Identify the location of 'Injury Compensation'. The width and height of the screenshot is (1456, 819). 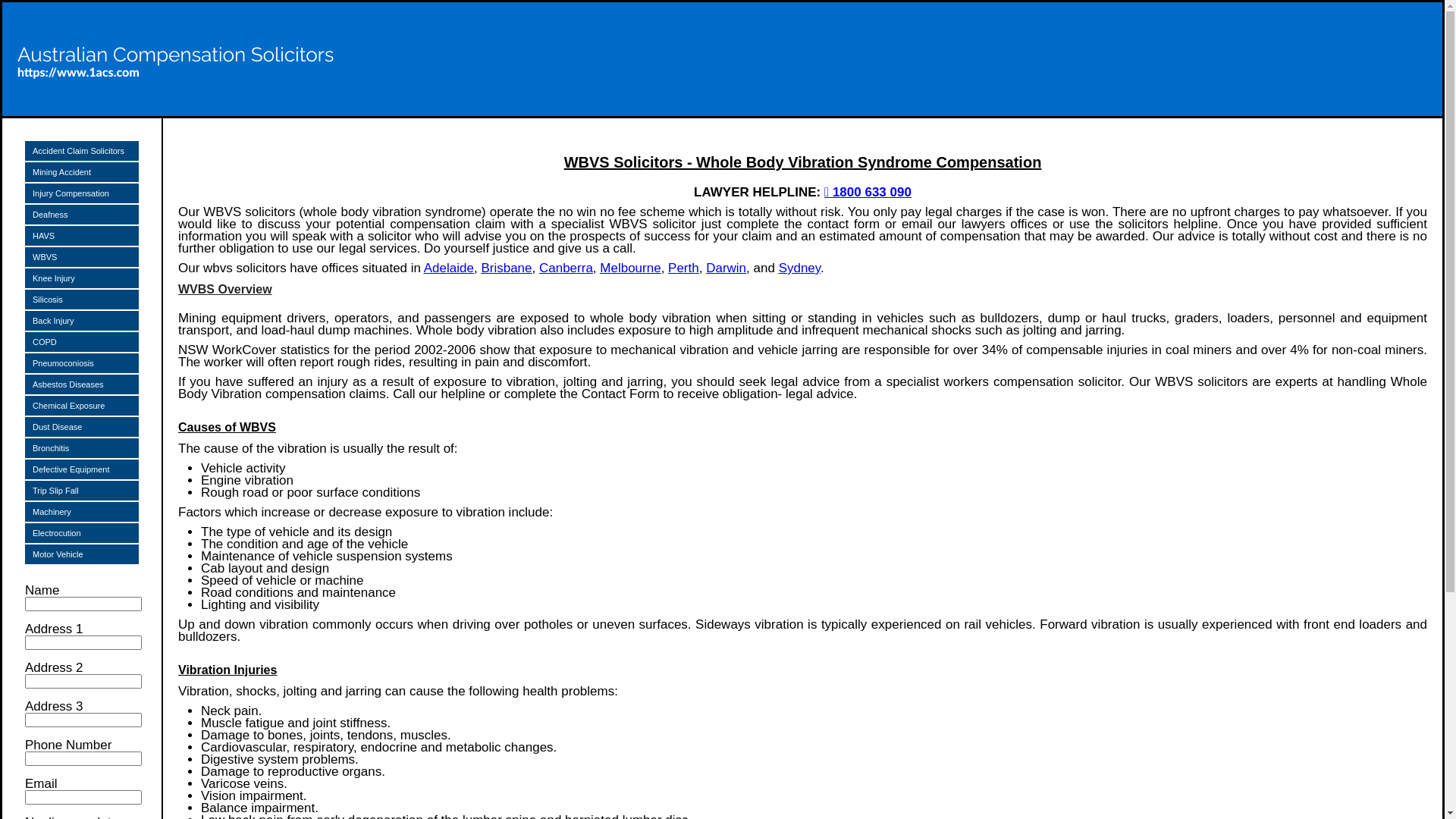
(80, 192).